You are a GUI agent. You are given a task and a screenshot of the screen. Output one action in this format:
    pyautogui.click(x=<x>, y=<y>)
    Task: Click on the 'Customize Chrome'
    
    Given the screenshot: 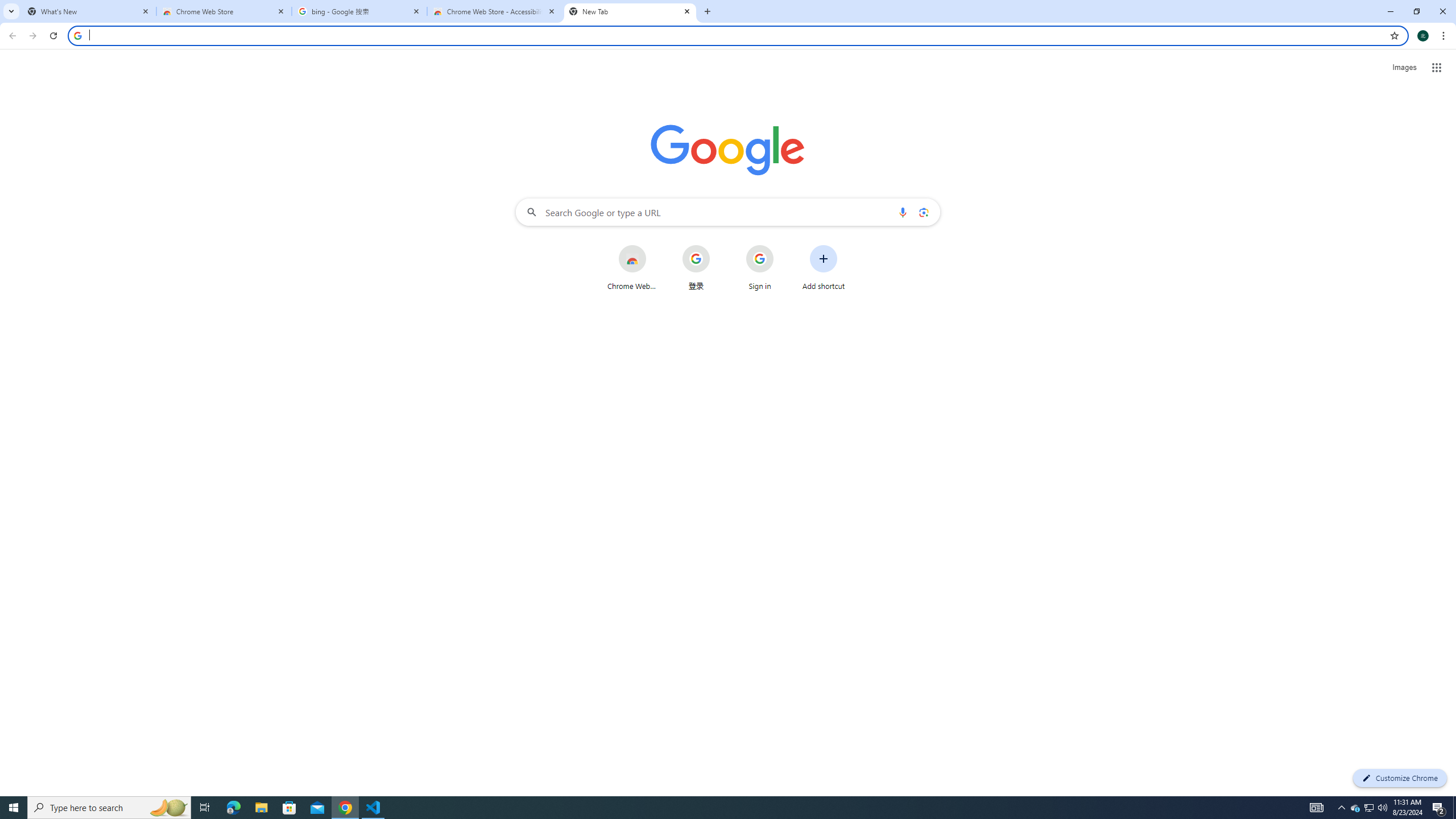 What is the action you would take?
    pyautogui.click(x=1400, y=777)
    